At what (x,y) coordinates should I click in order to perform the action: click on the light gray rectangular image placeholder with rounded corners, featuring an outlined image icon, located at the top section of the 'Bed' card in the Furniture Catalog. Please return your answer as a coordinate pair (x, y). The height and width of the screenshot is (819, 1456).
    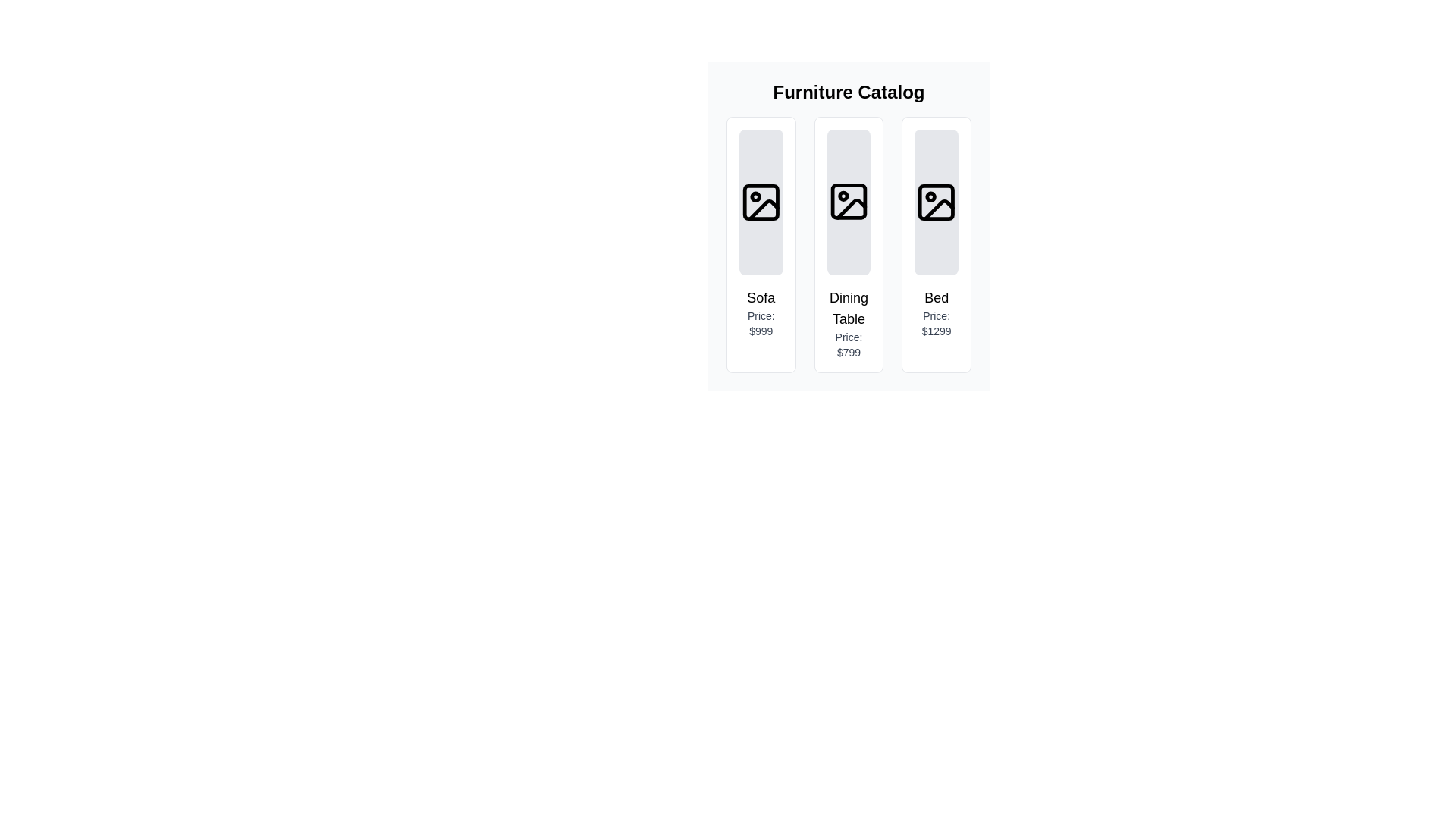
    Looking at the image, I should click on (936, 201).